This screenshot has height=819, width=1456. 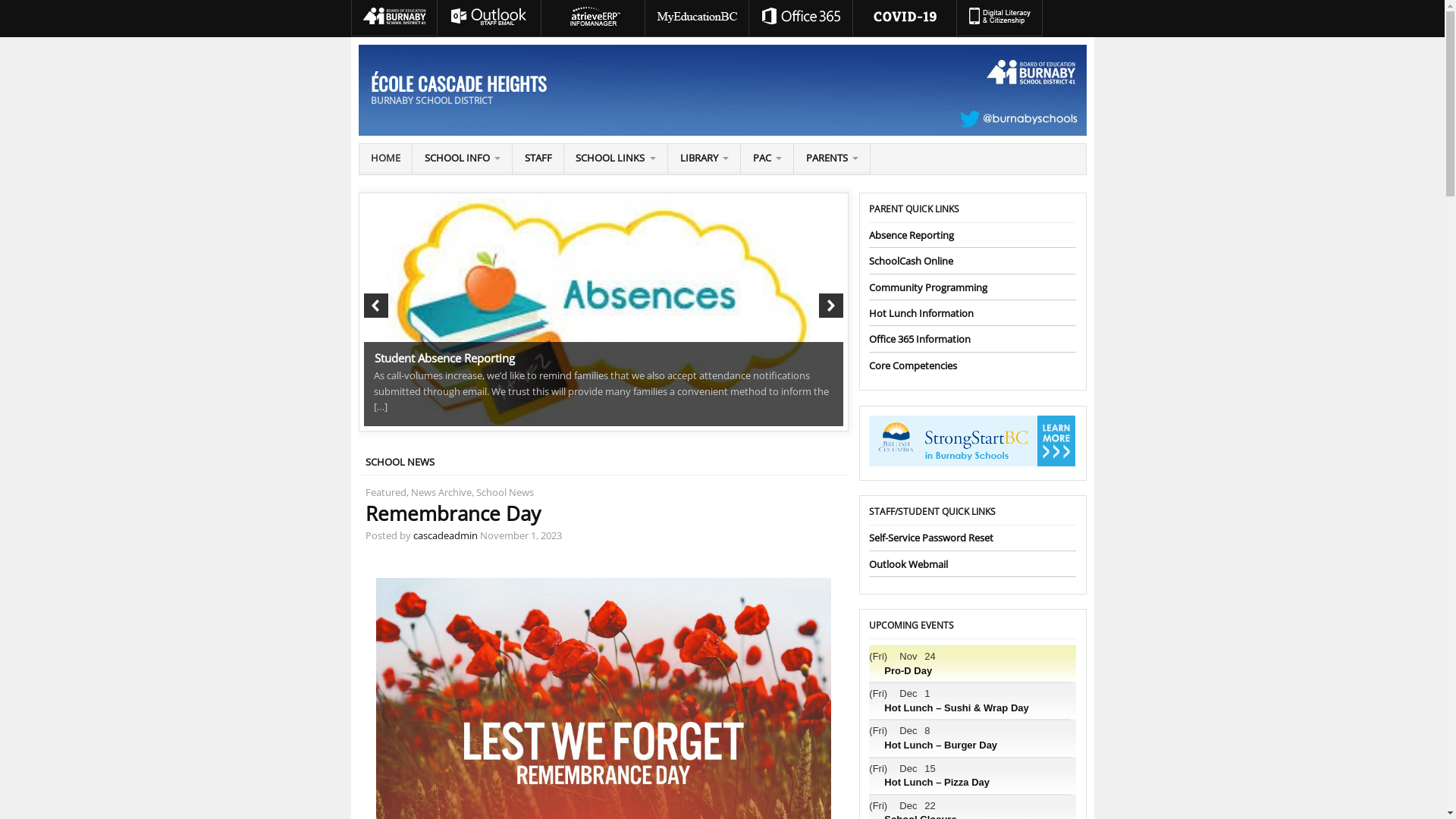 What do you see at coordinates (910, 259) in the screenshot?
I see `'SchoolCash Online'` at bounding box center [910, 259].